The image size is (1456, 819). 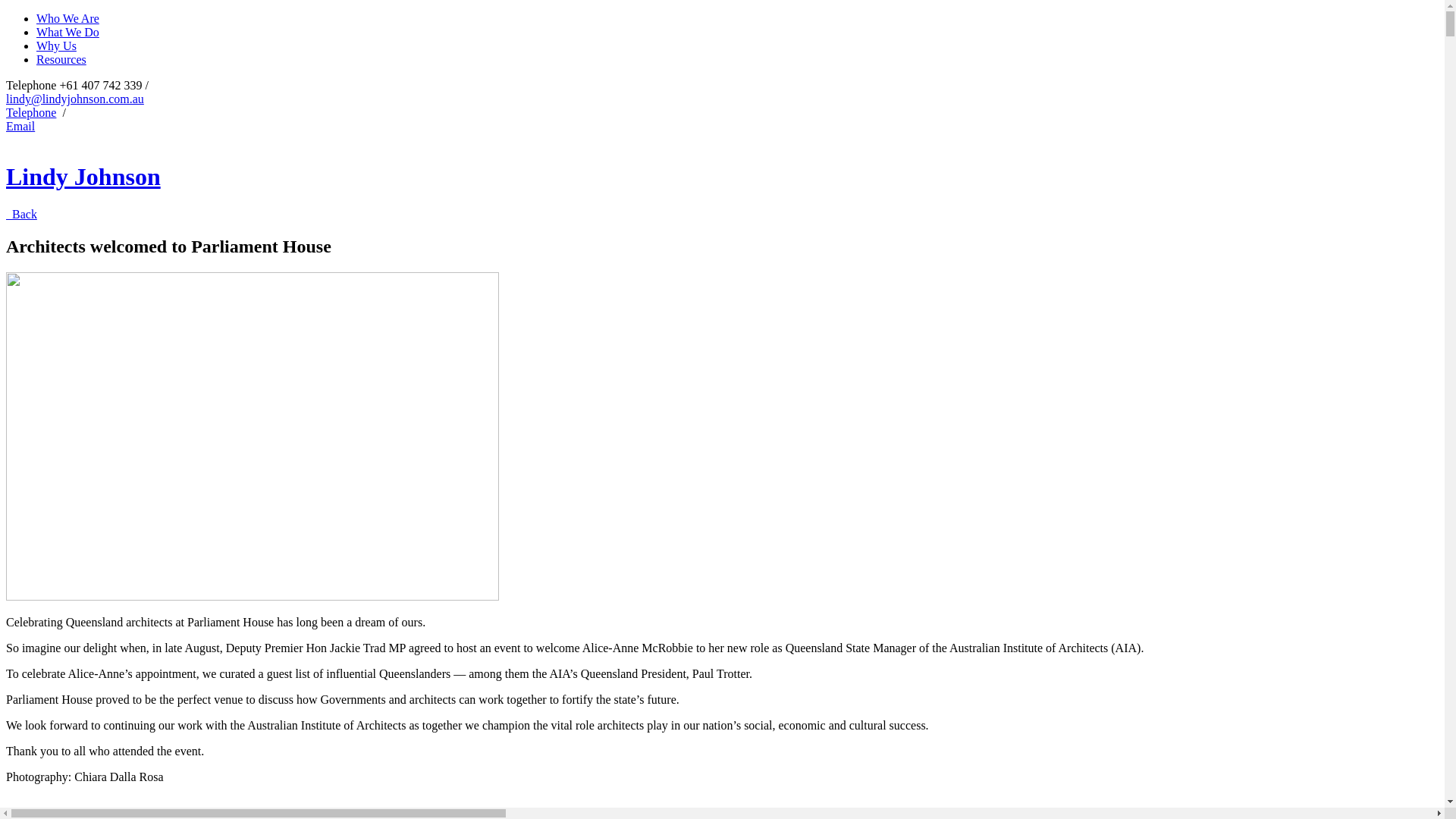 I want to click on 'Email', so click(x=20, y=125).